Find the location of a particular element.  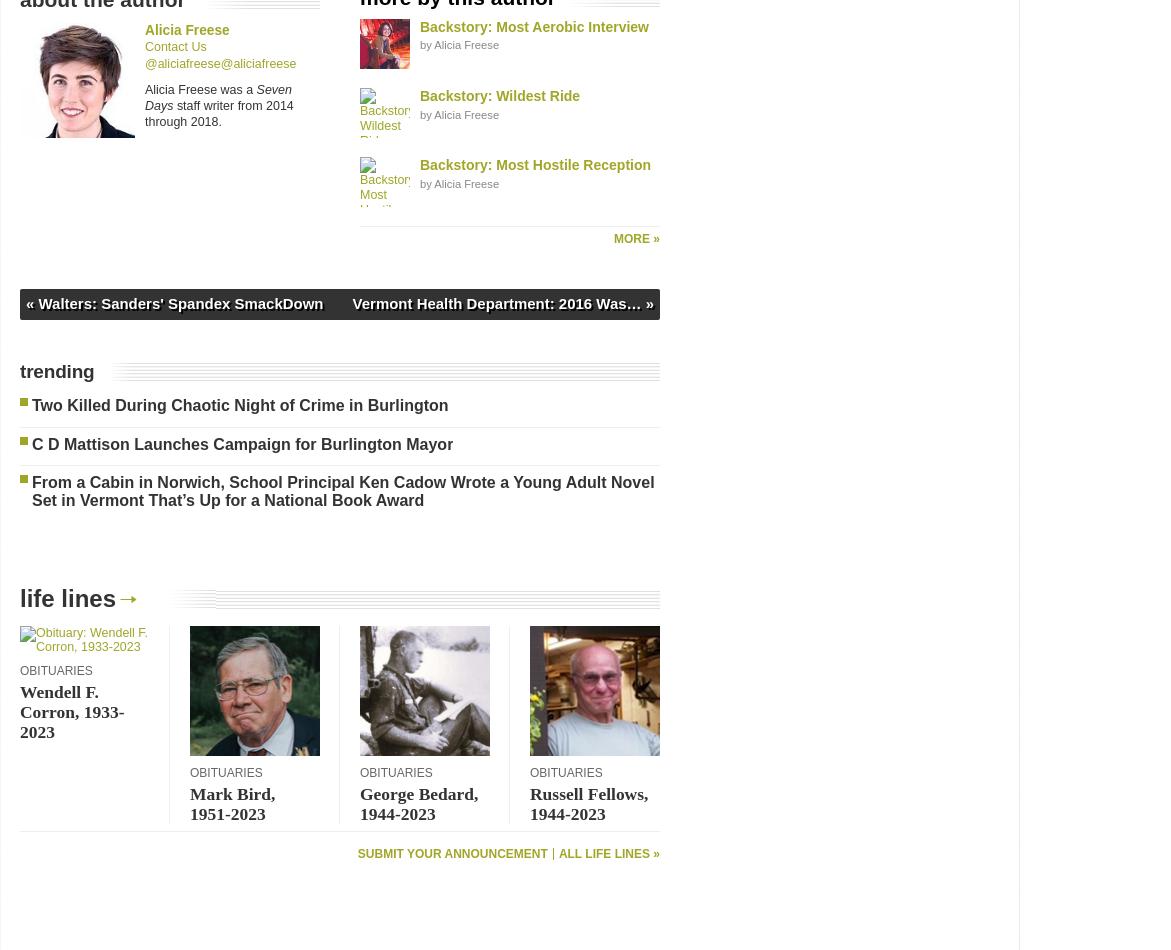

'« Walters: Sanders' Spandex SmackDown' is located at coordinates (173, 301).